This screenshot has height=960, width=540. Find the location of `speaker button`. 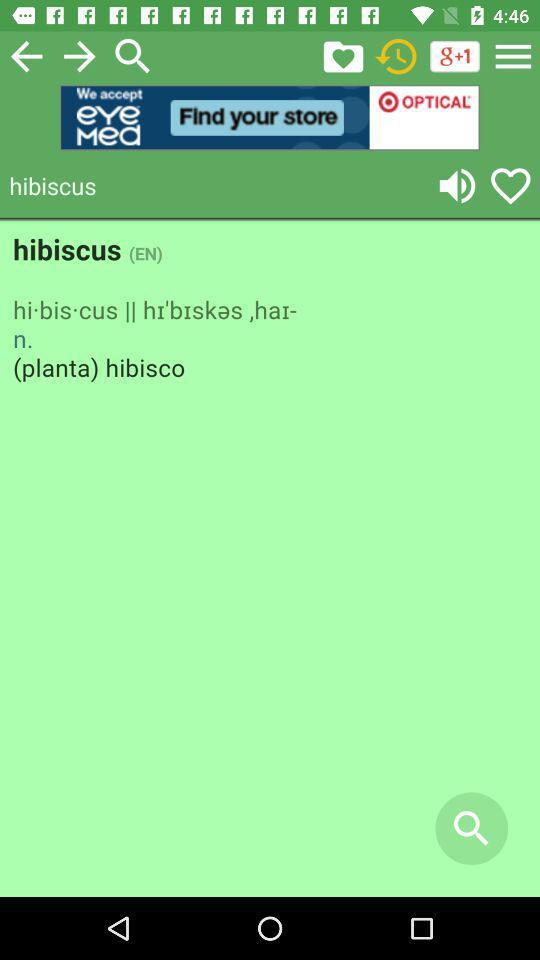

speaker button is located at coordinates (457, 185).